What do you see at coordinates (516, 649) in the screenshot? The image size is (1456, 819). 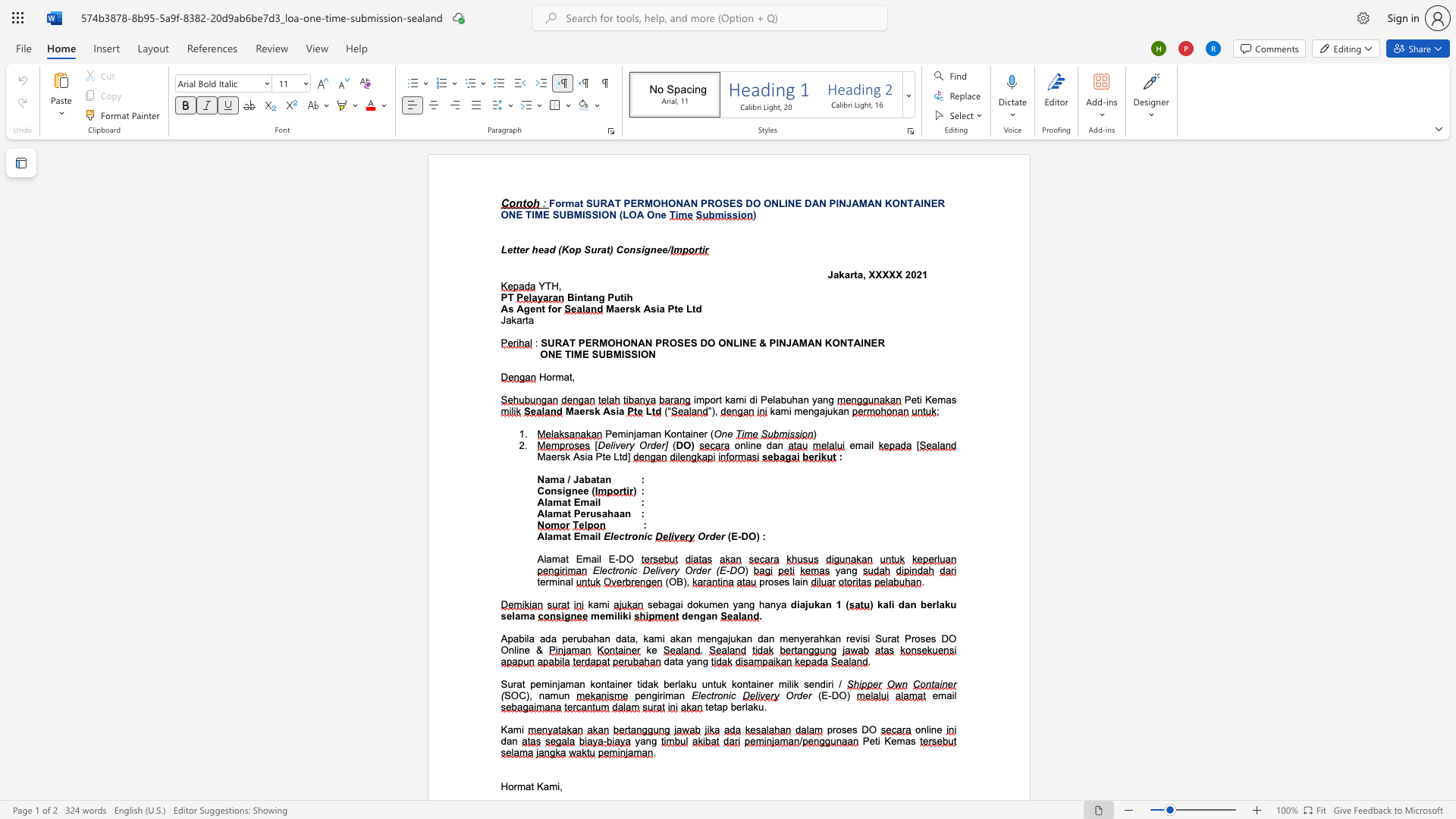 I see `the subset text "ine" within the text "Proses DO Online &"` at bounding box center [516, 649].